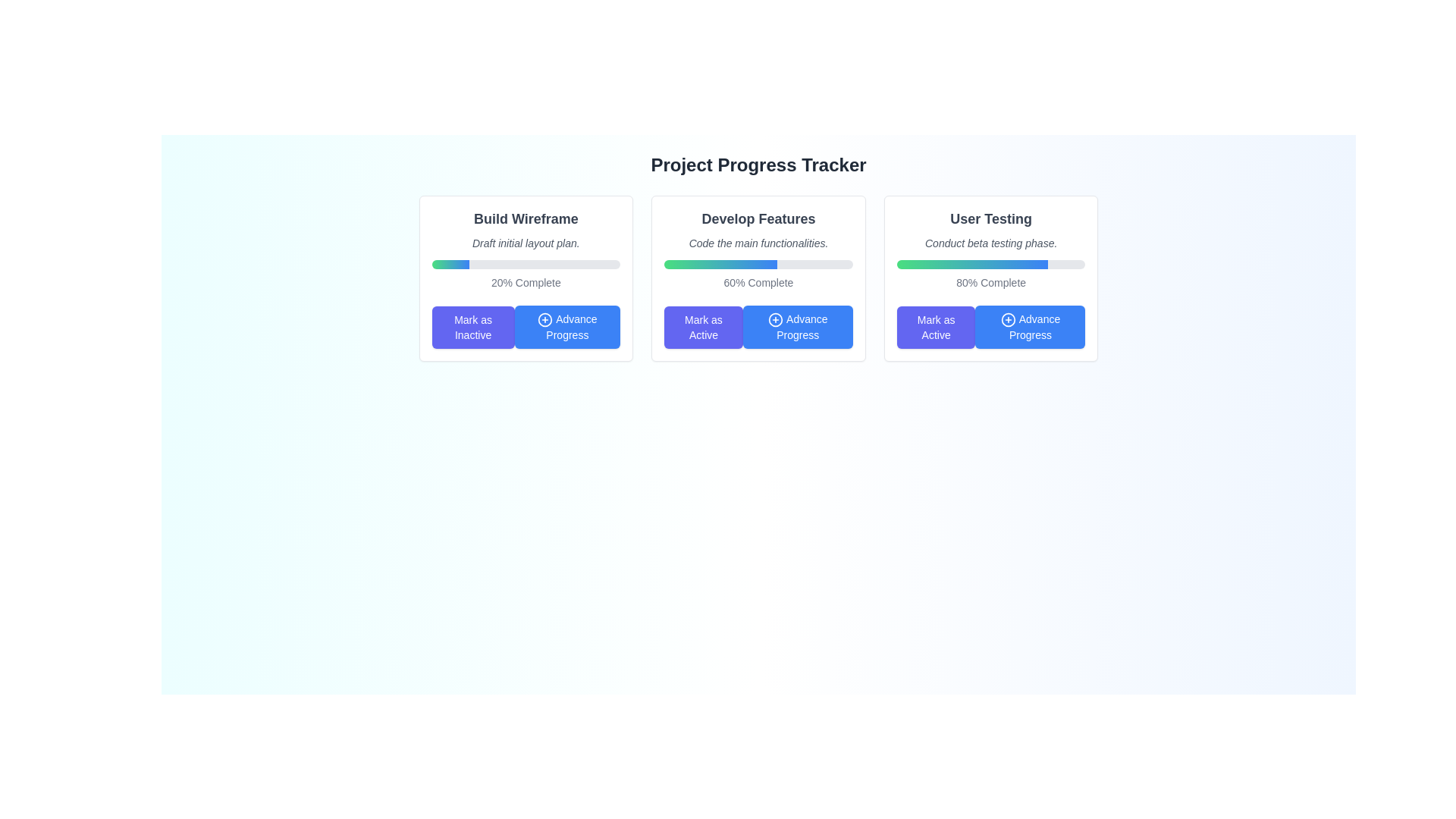 The width and height of the screenshot is (1456, 819). What do you see at coordinates (450, 263) in the screenshot?
I see `the Progress indicator bar, which is the small colored segment on the gray progress bar within the 'Build Wireframe' card` at bounding box center [450, 263].